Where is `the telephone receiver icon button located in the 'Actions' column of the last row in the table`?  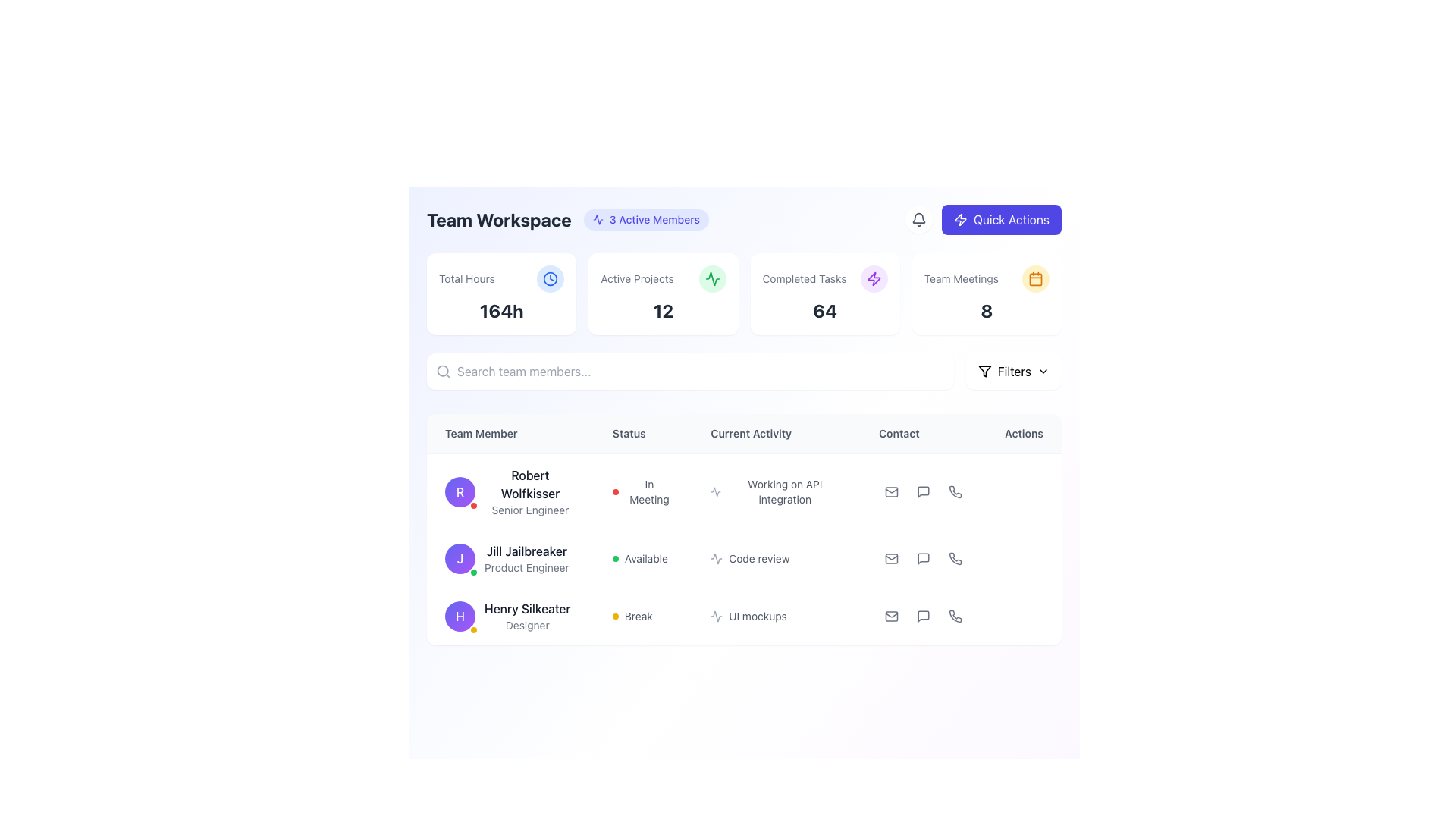
the telephone receiver icon button located in the 'Actions' column of the last row in the table is located at coordinates (955, 617).